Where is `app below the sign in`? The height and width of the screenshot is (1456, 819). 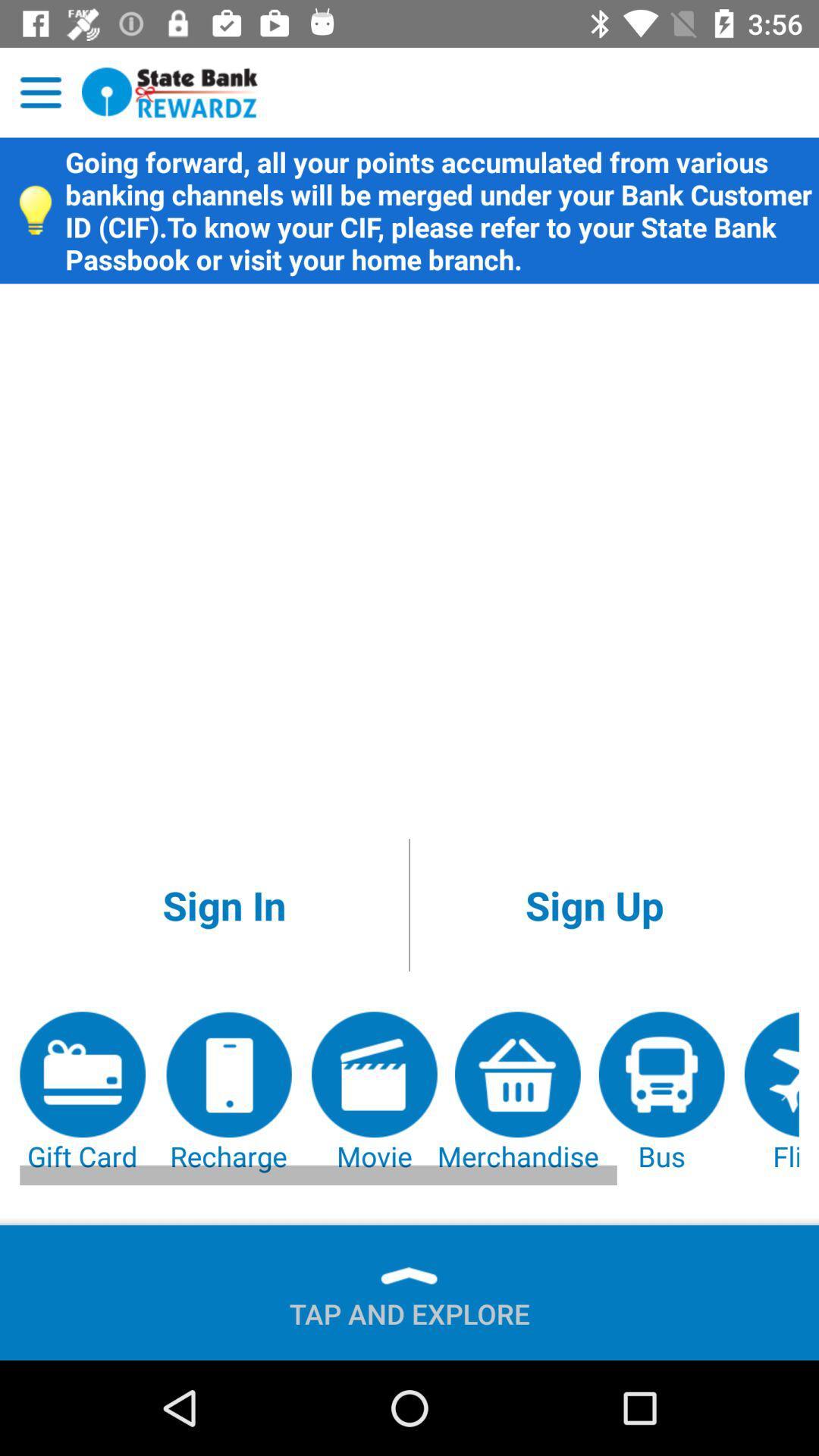 app below the sign in is located at coordinates (83, 1093).